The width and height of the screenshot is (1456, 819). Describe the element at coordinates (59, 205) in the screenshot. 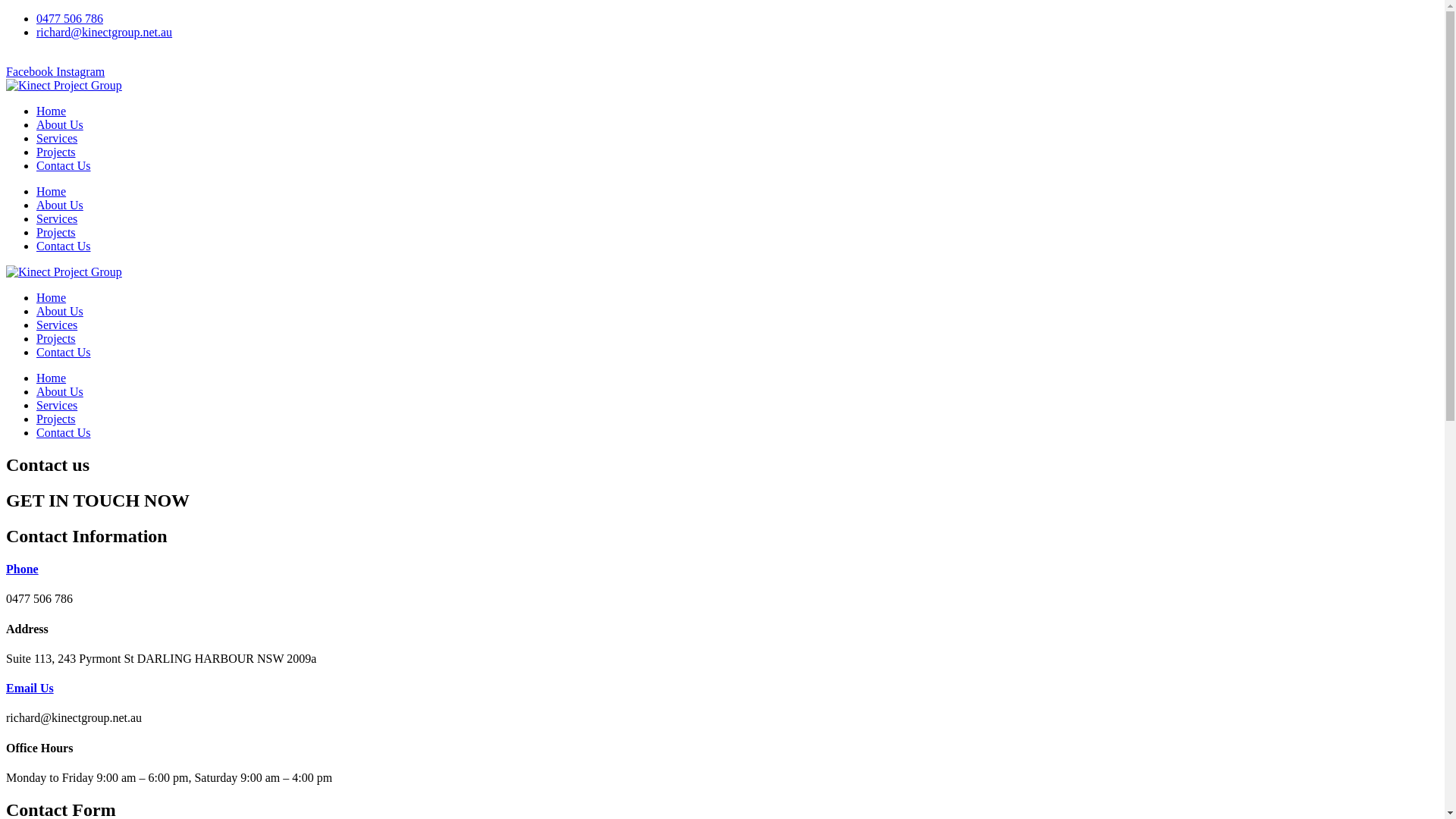

I see `'About Us'` at that location.